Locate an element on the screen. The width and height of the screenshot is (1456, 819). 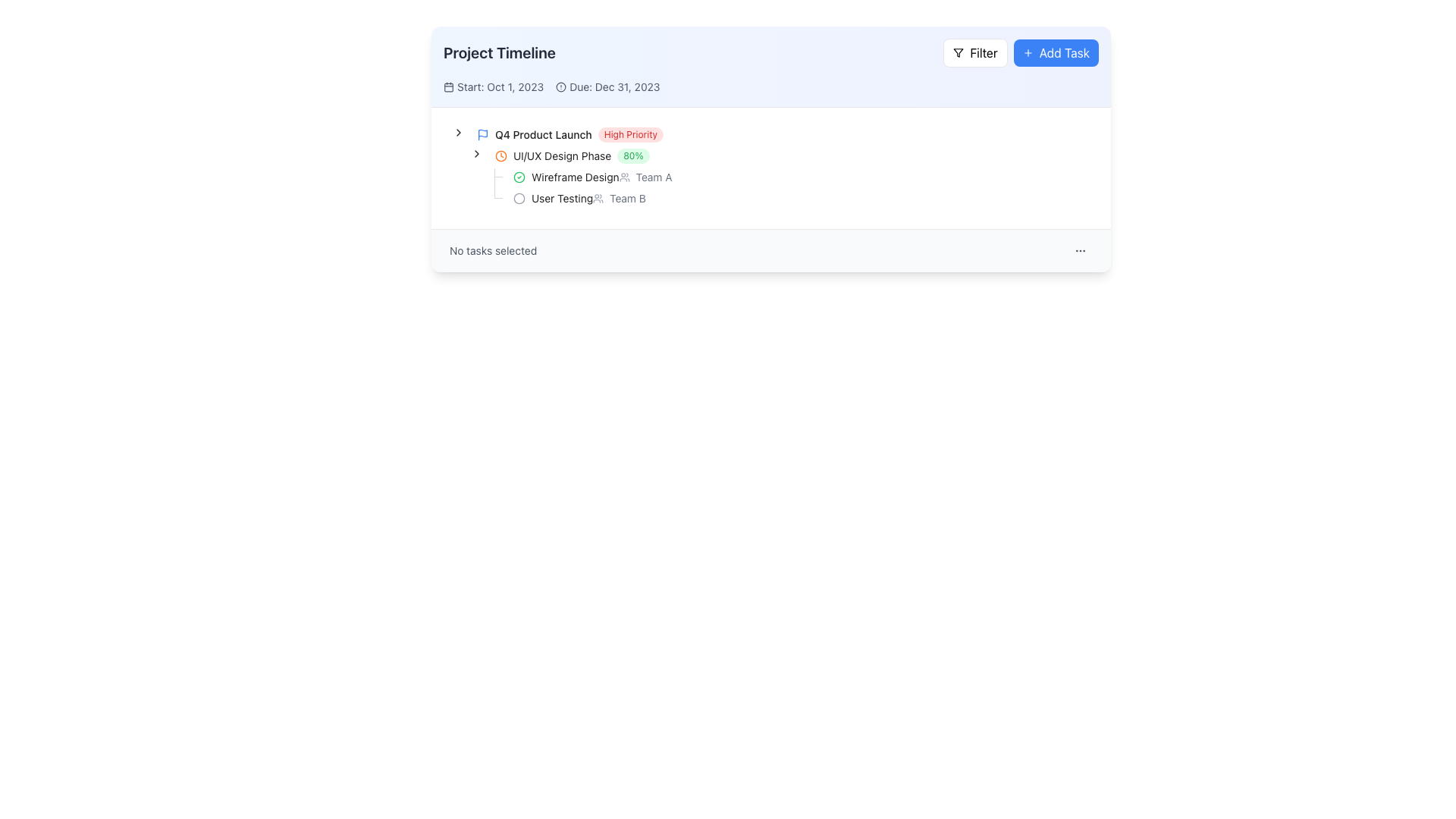
on the tree node item displaying 'Q4 Product Launch' with a red 'High Priority' label and a blue flag icon is located at coordinates (570, 133).